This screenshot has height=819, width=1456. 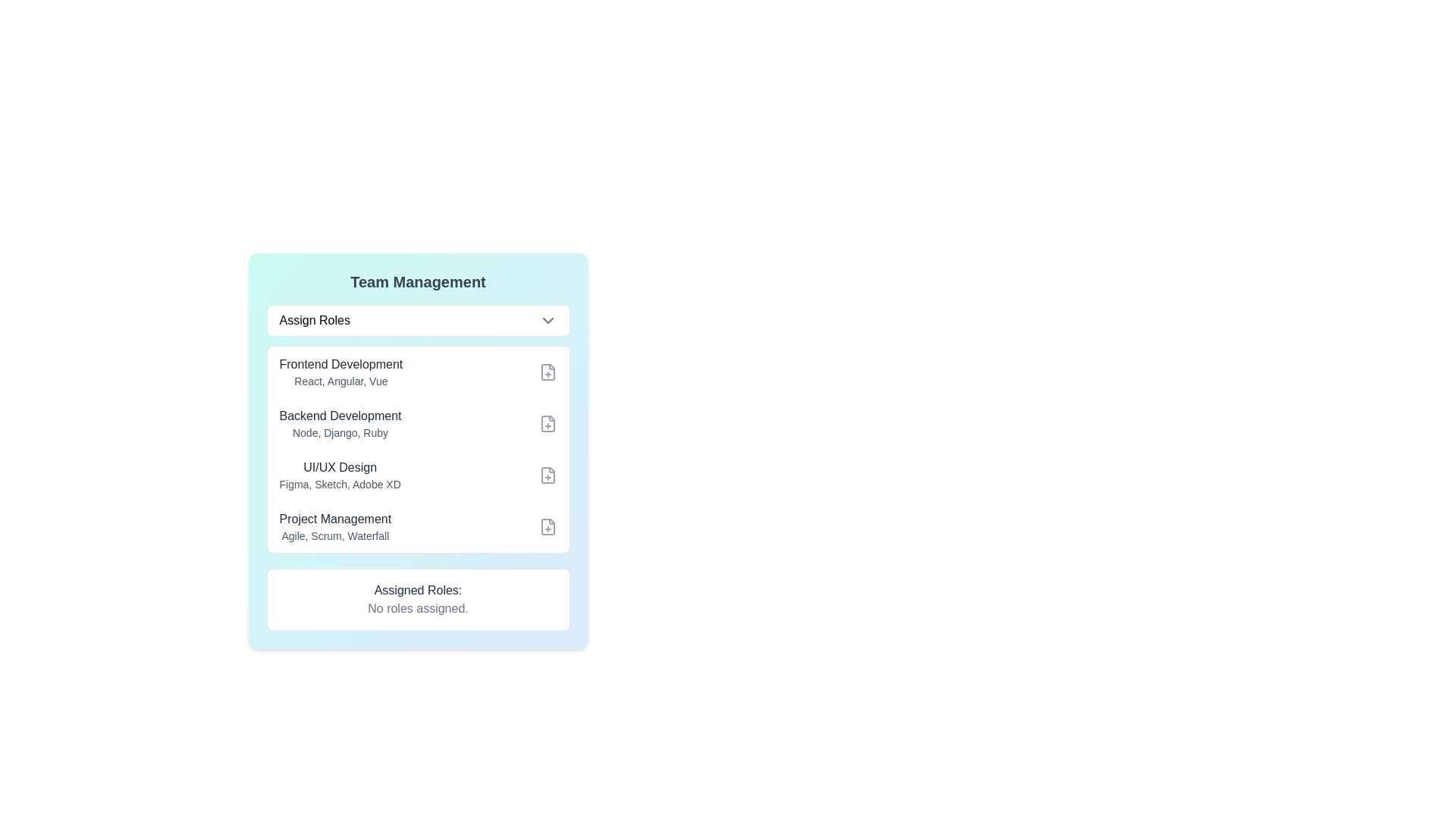 What do you see at coordinates (418, 475) in the screenshot?
I see `the third item` at bounding box center [418, 475].